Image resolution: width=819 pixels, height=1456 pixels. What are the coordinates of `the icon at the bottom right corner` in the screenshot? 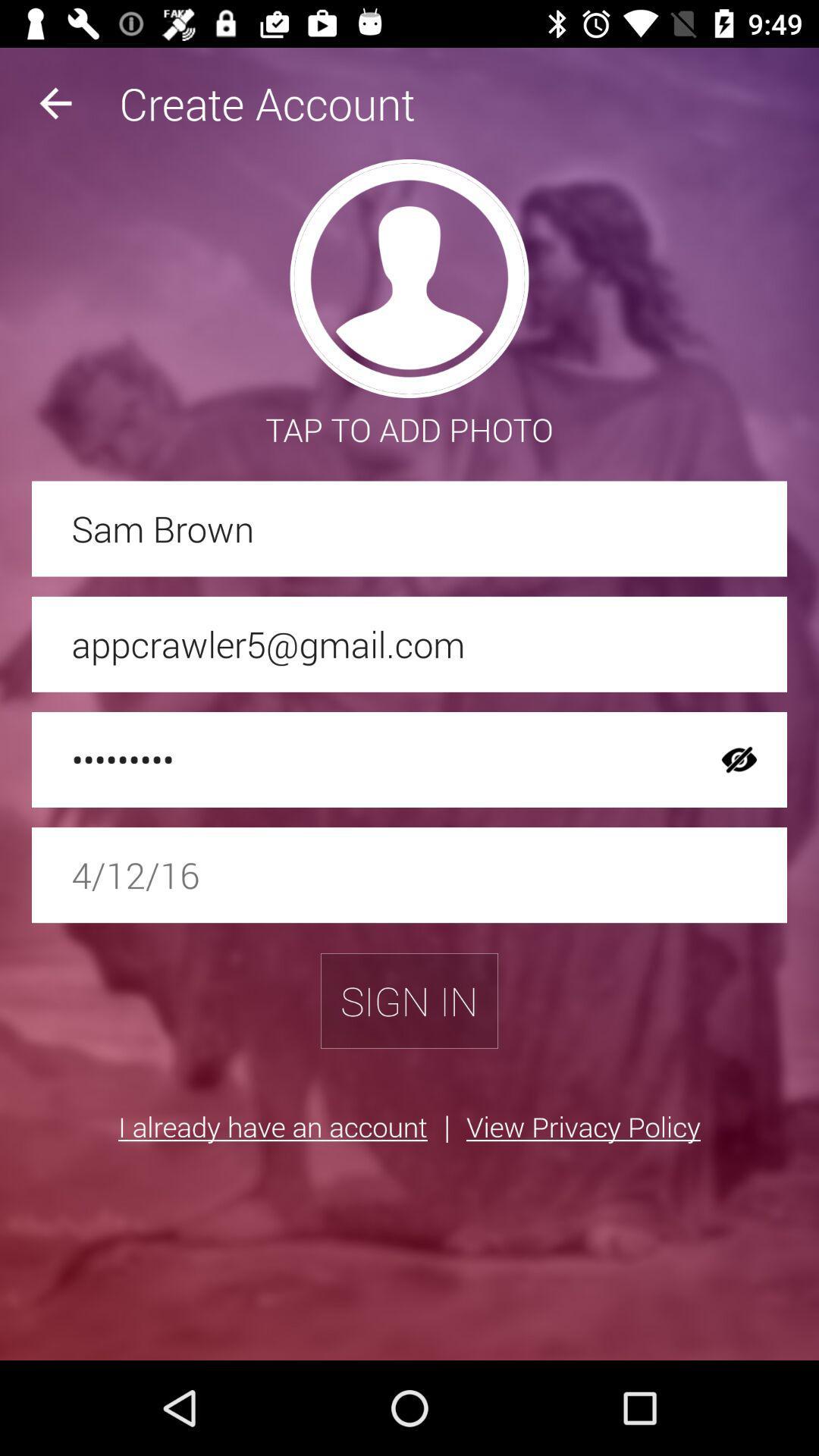 It's located at (582, 1126).